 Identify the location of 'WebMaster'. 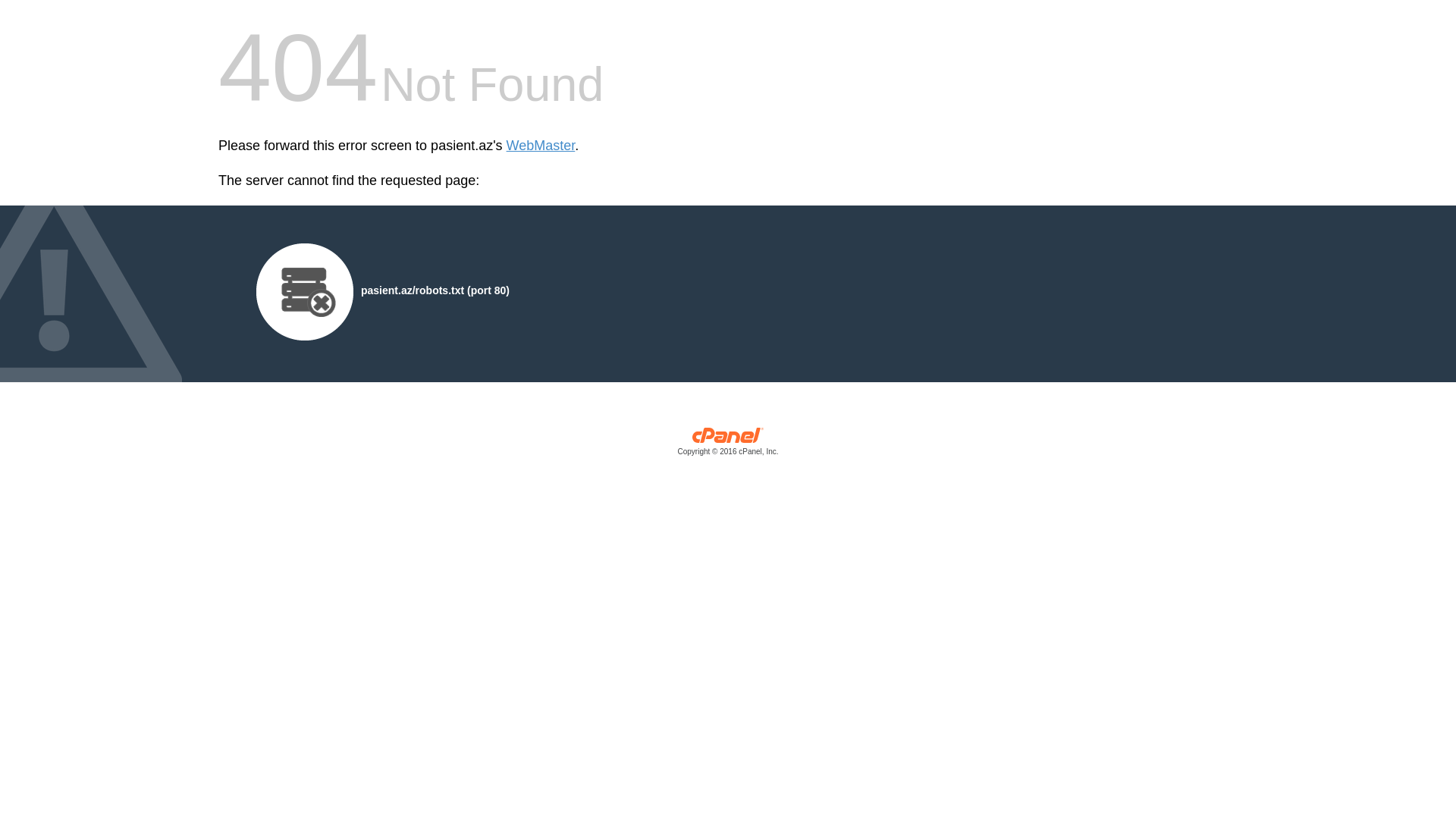
(541, 146).